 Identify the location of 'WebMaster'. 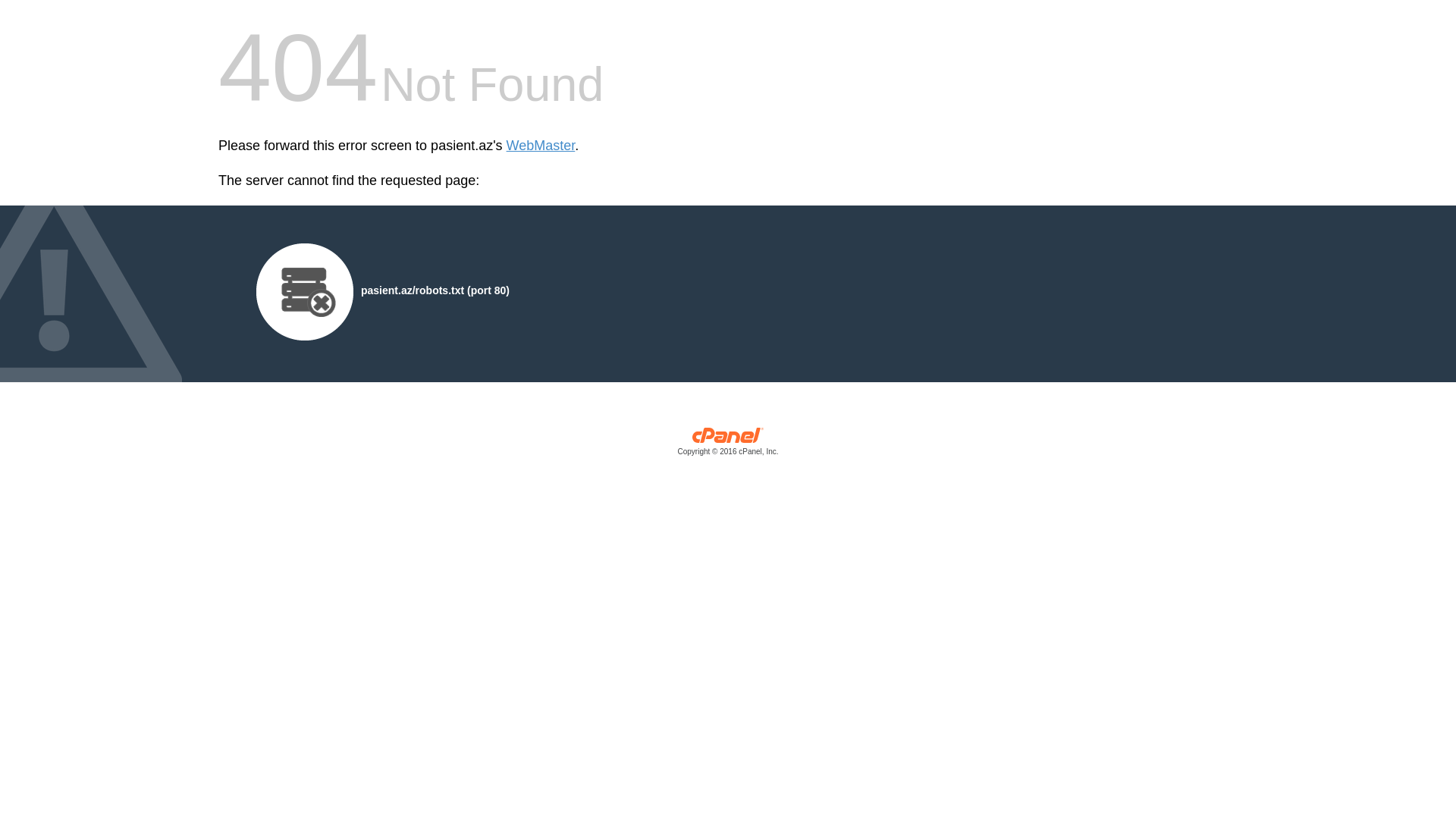
(541, 146).